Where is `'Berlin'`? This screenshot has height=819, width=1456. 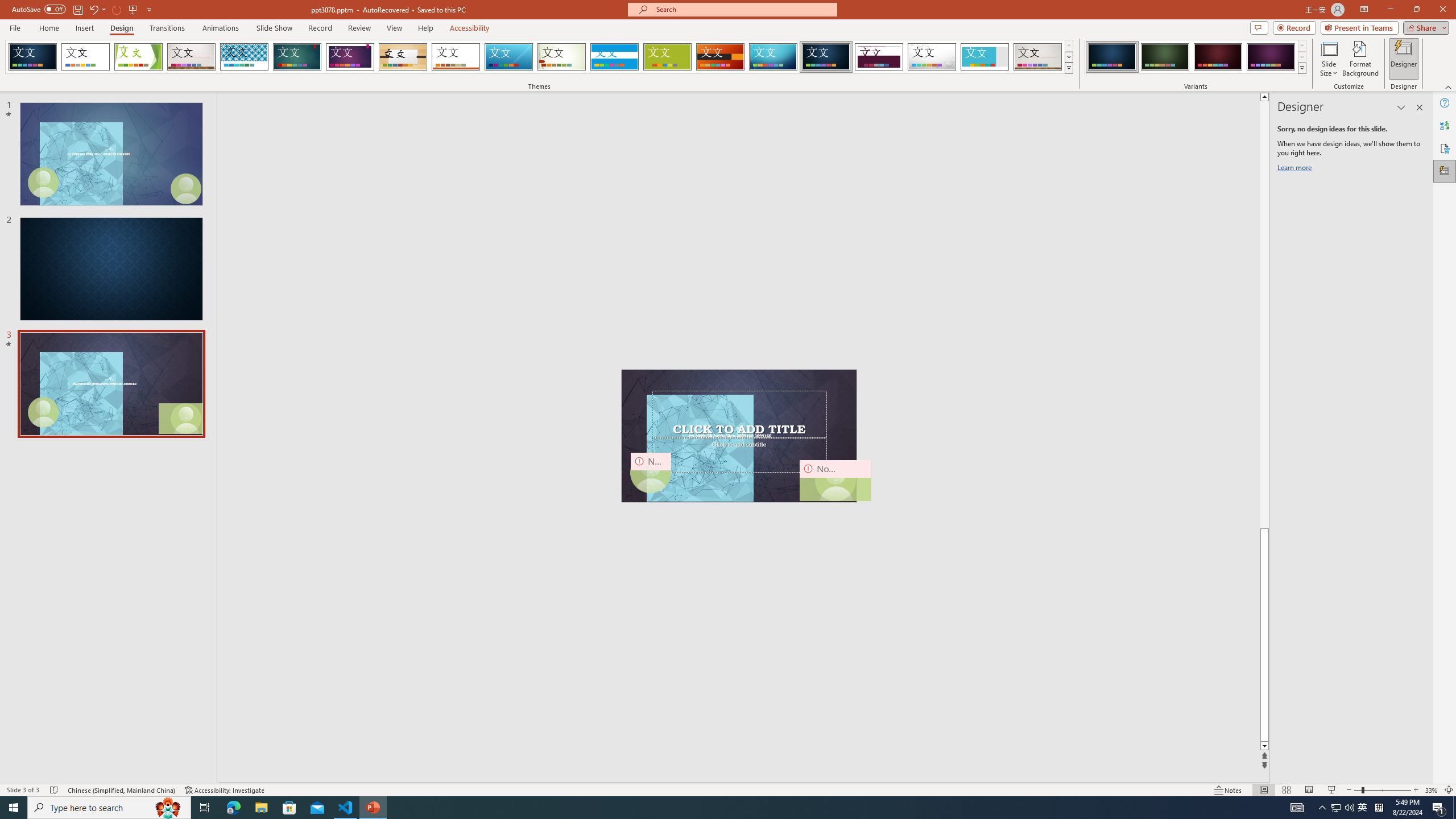 'Berlin' is located at coordinates (721, 56).